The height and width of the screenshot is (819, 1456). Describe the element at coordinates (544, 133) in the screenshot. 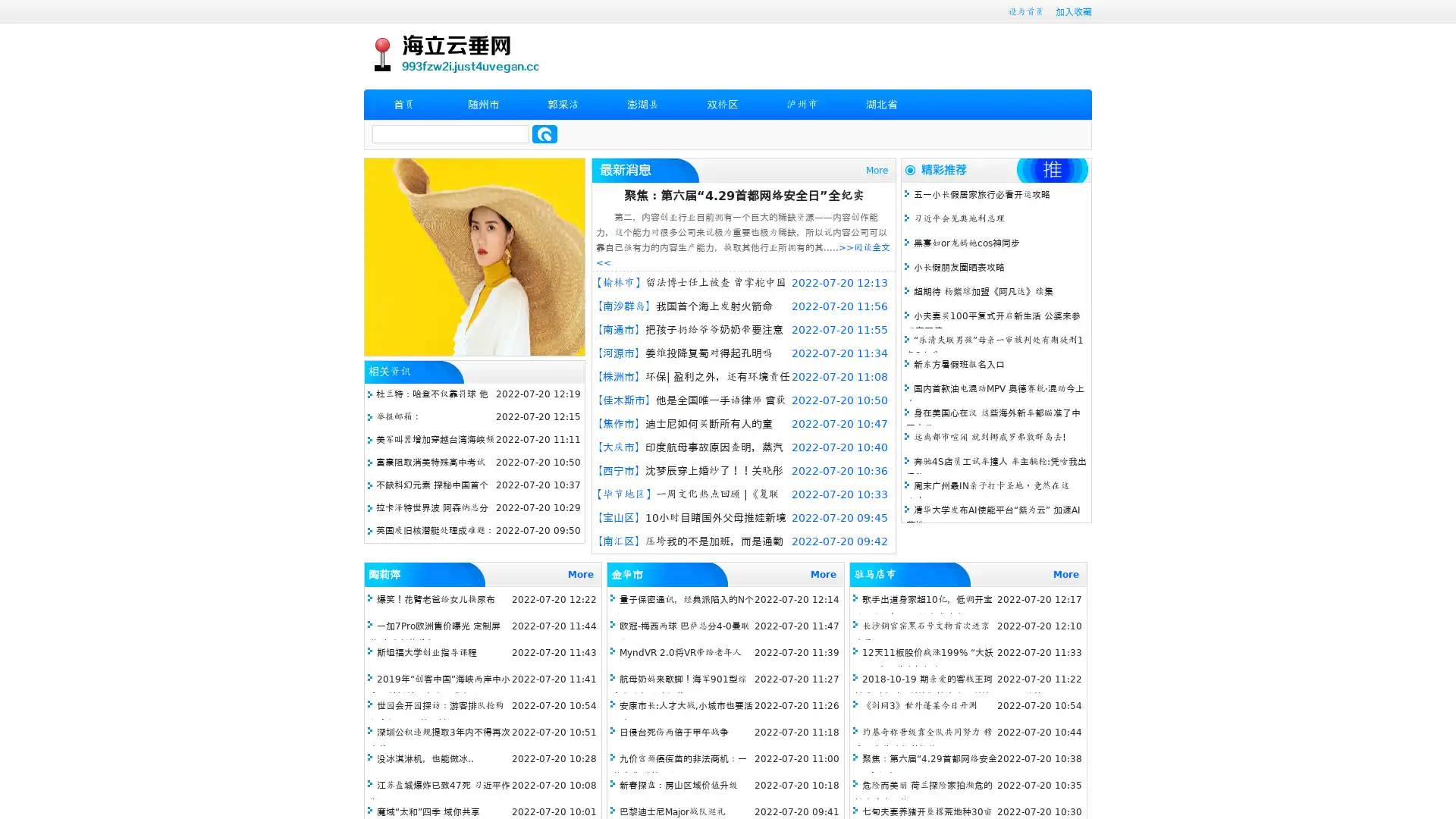

I see `Search` at that location.